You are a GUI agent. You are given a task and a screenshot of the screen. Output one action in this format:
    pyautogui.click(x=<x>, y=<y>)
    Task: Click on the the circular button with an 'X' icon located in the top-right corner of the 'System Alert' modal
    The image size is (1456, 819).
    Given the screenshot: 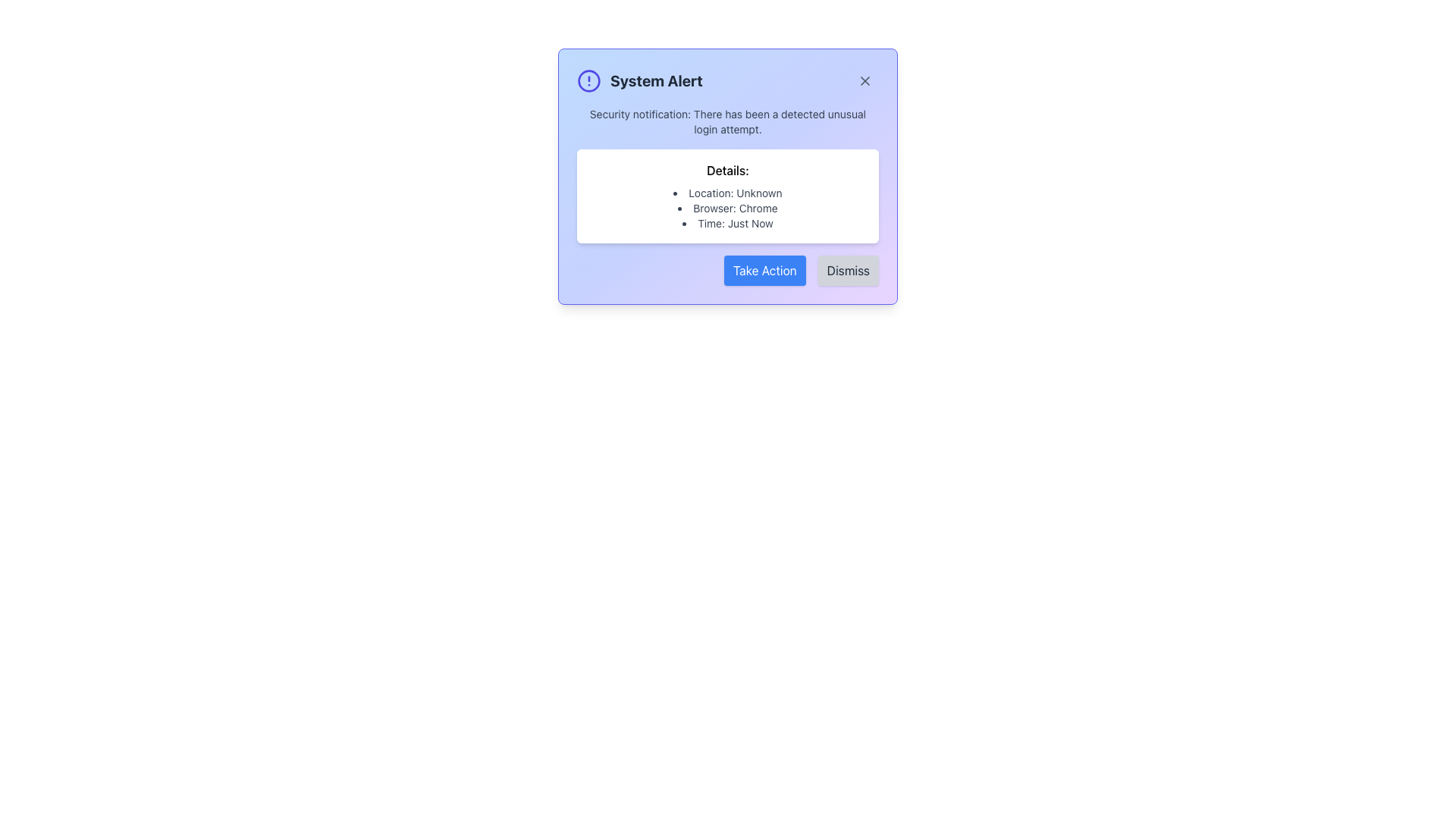 What is the action you would take?
    pyautogui.click(x=865, y=81)
    